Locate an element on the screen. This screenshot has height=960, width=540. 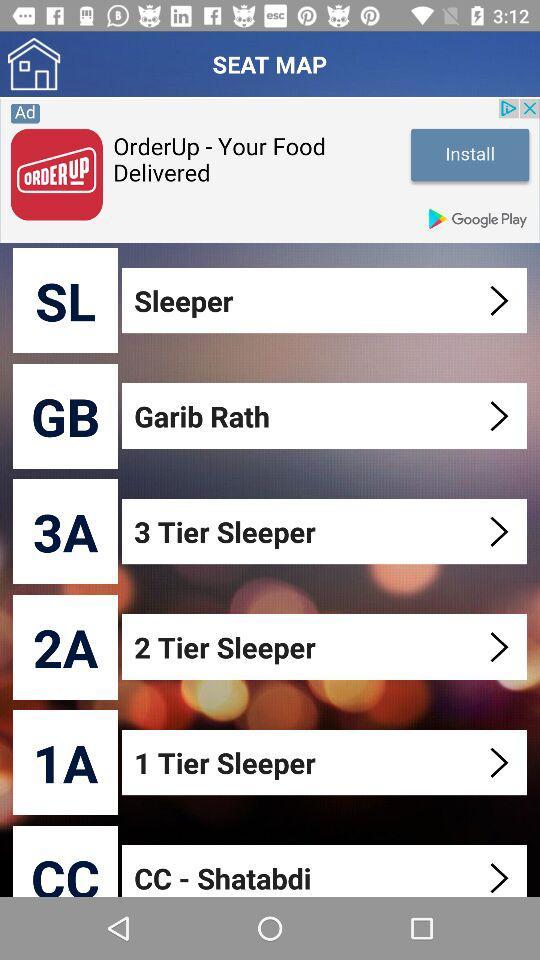
sl item is located at coordinates (65, 299).